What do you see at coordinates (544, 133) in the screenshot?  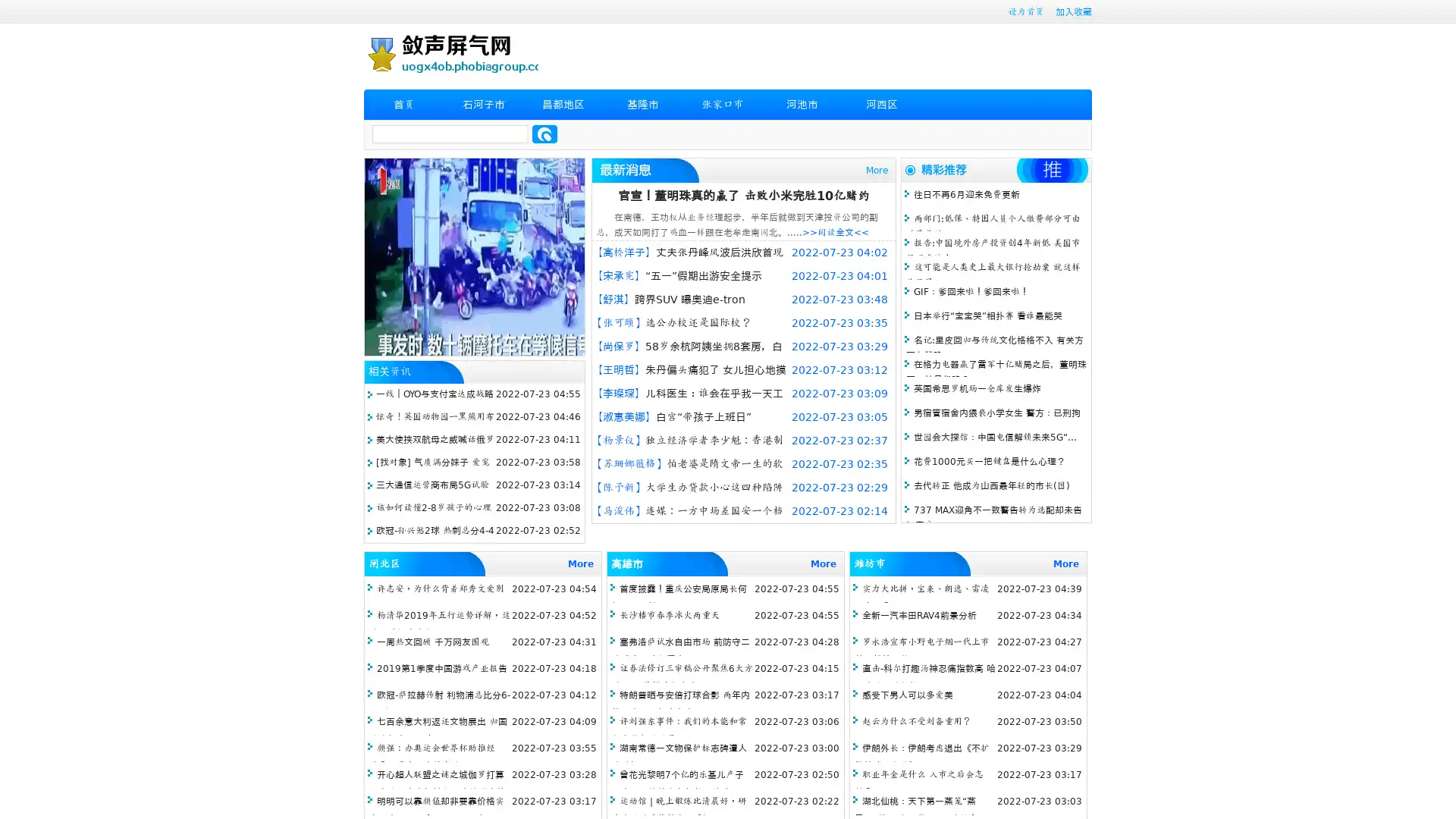 I see `Search` at bounding box center [544, 133].